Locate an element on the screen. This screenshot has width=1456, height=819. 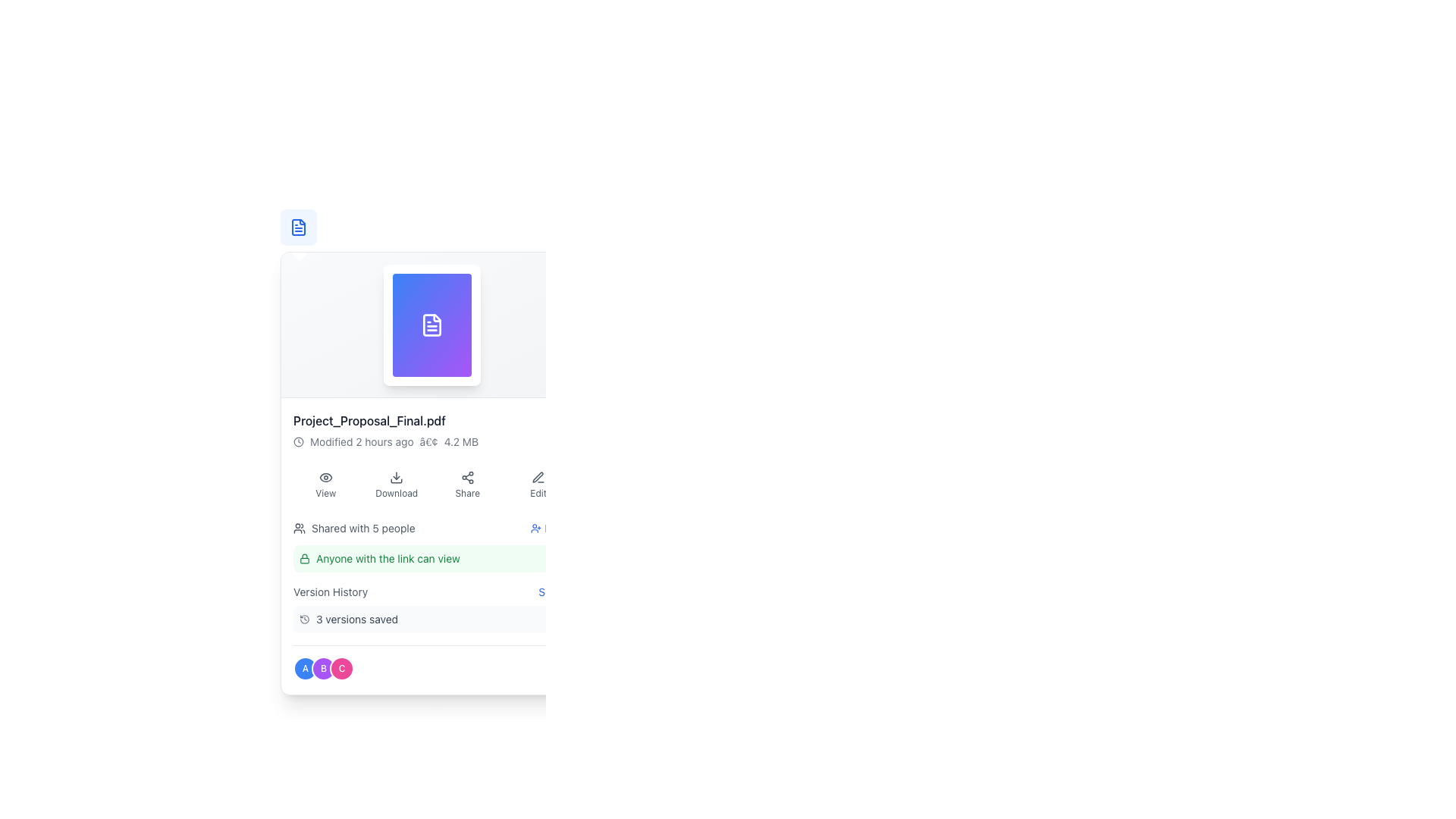
the outer stroke of the eye-shaped icon, which represents visibility or preview functionality, located towards the top-right section of the interface is located at coordinates (325, 476).